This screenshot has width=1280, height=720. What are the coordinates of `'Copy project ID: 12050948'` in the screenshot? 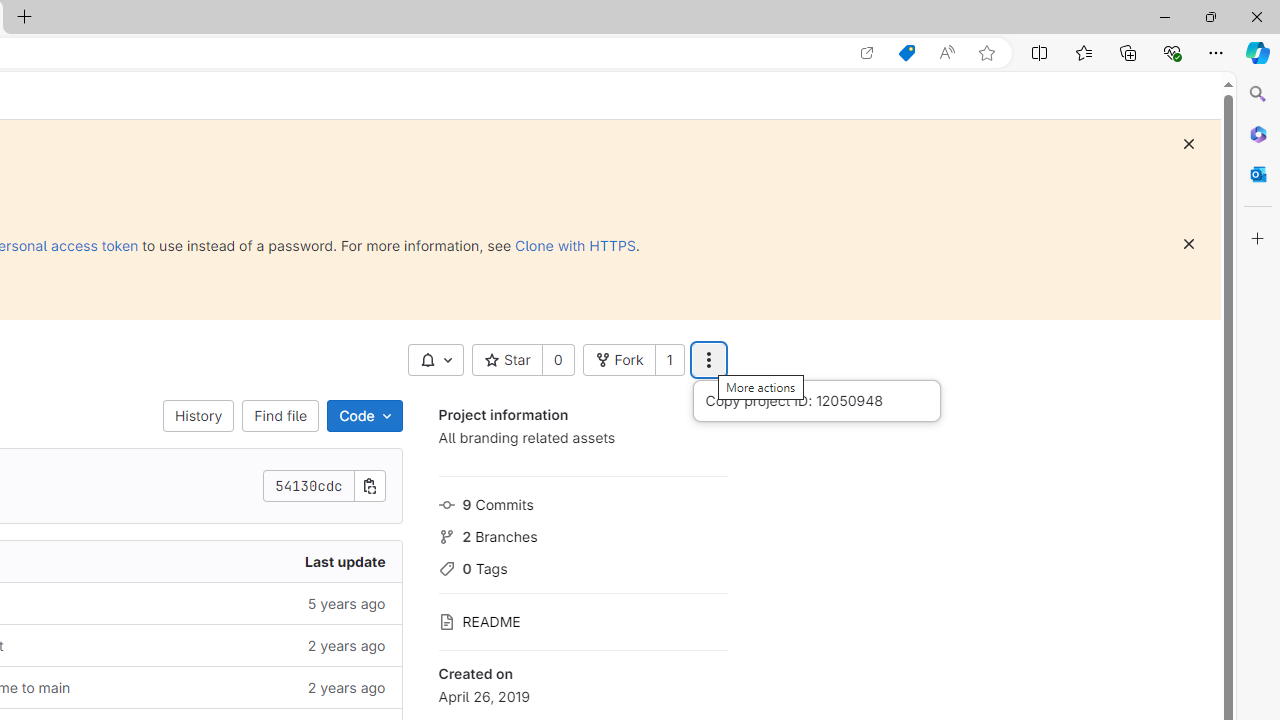 It's located at (816, 401).